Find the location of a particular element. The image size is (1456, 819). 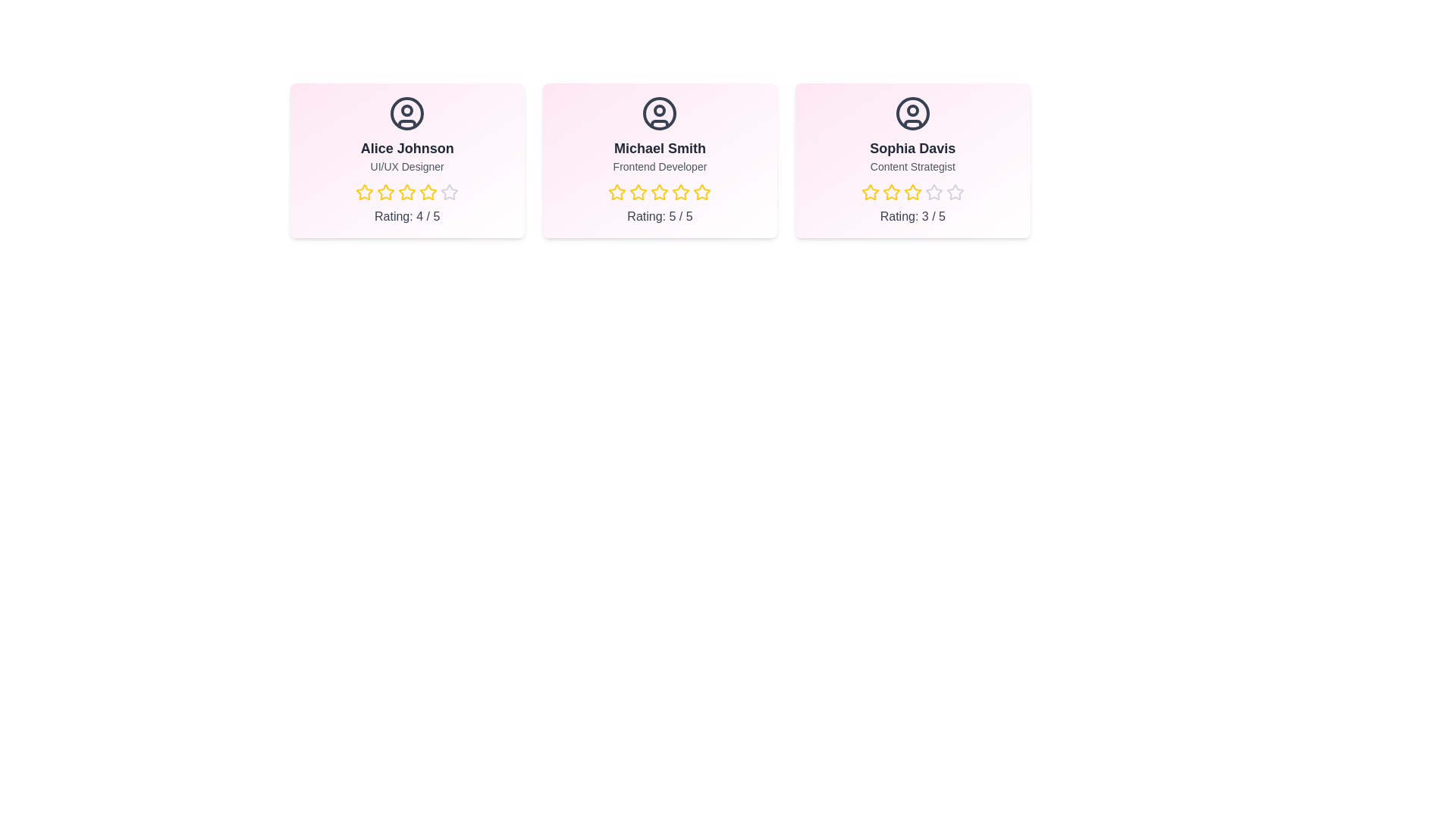

the star corresponding to 1 stars for the team member Michael Smith is located at coordinates (608, 192).